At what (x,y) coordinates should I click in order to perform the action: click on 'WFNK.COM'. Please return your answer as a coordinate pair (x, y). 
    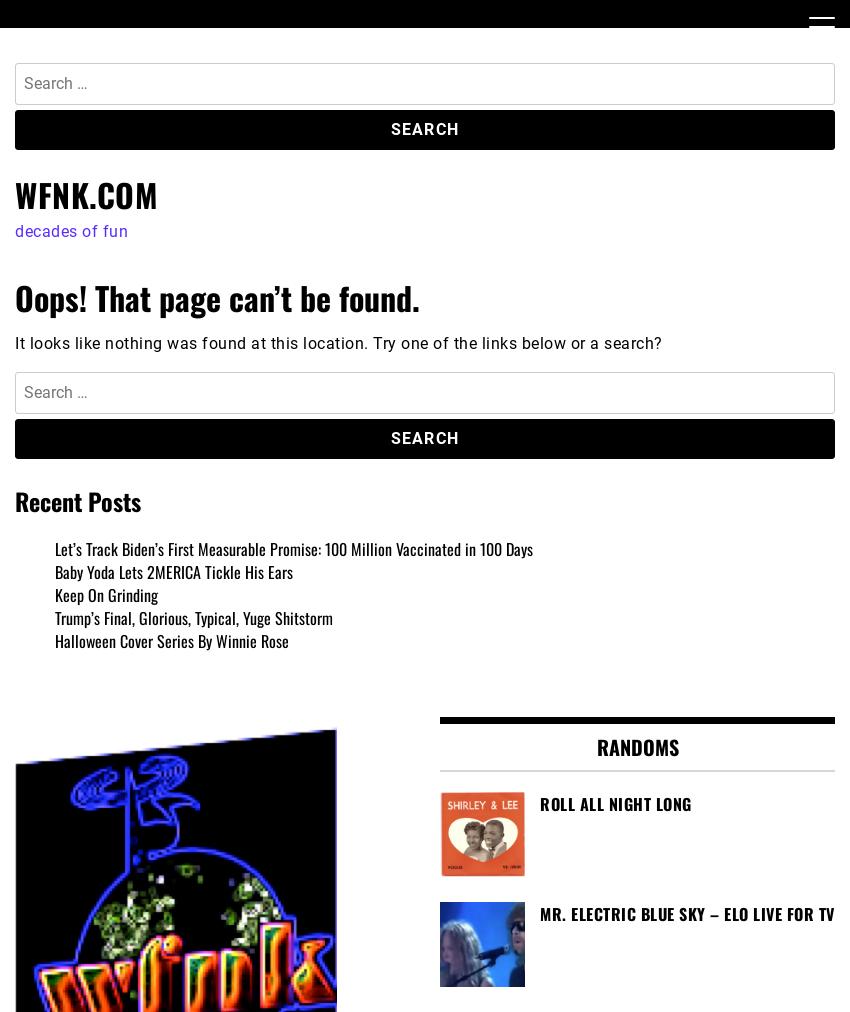
    Looking at the image, I should click on (85, 194).